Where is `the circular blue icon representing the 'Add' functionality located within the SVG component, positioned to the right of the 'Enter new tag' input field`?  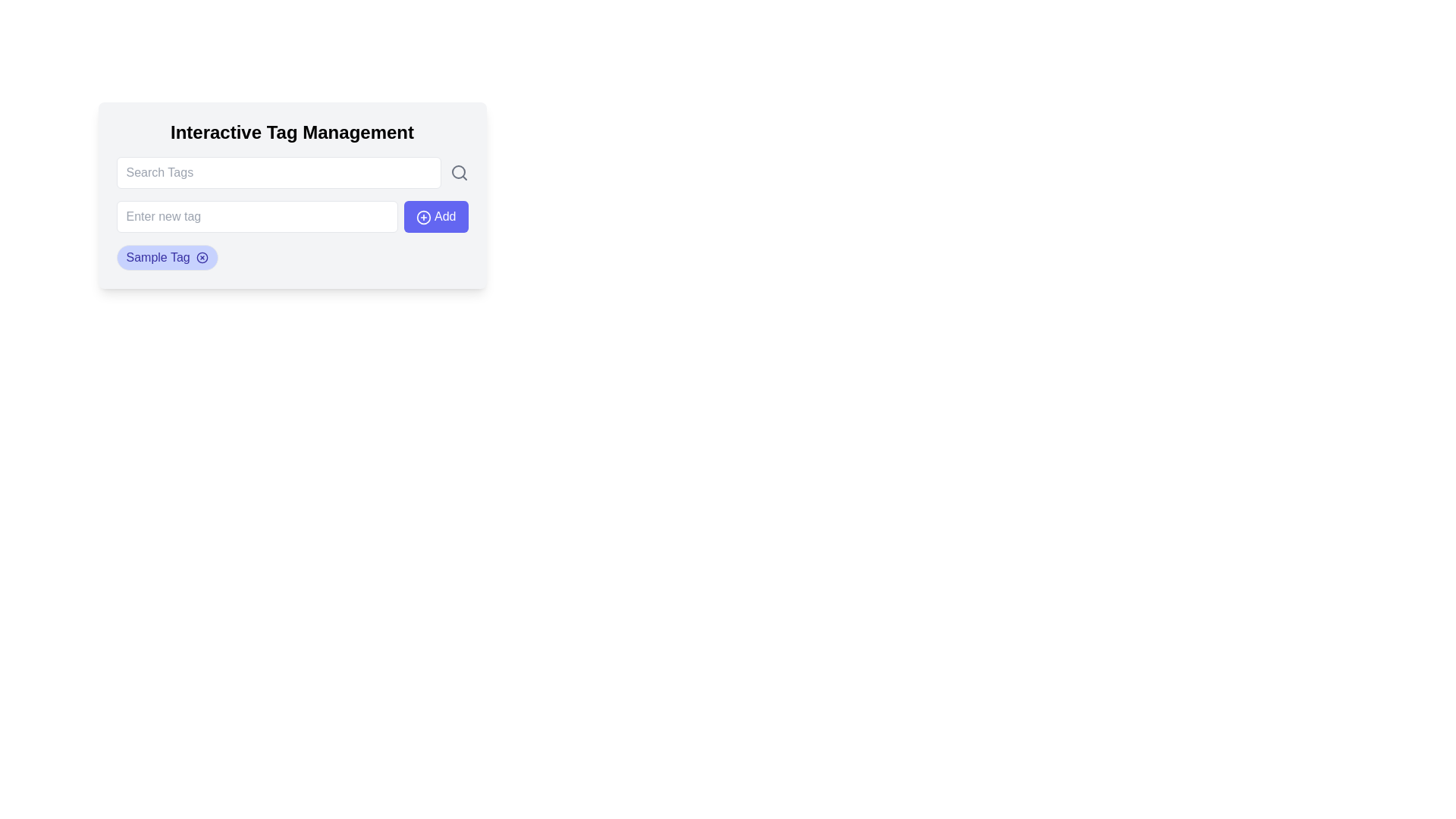
the circular blue icon representing the 'Add' functionality located within the SVG component, positioned to the right of the 'Enter new tag' input field is located at coordinates (424, 217).